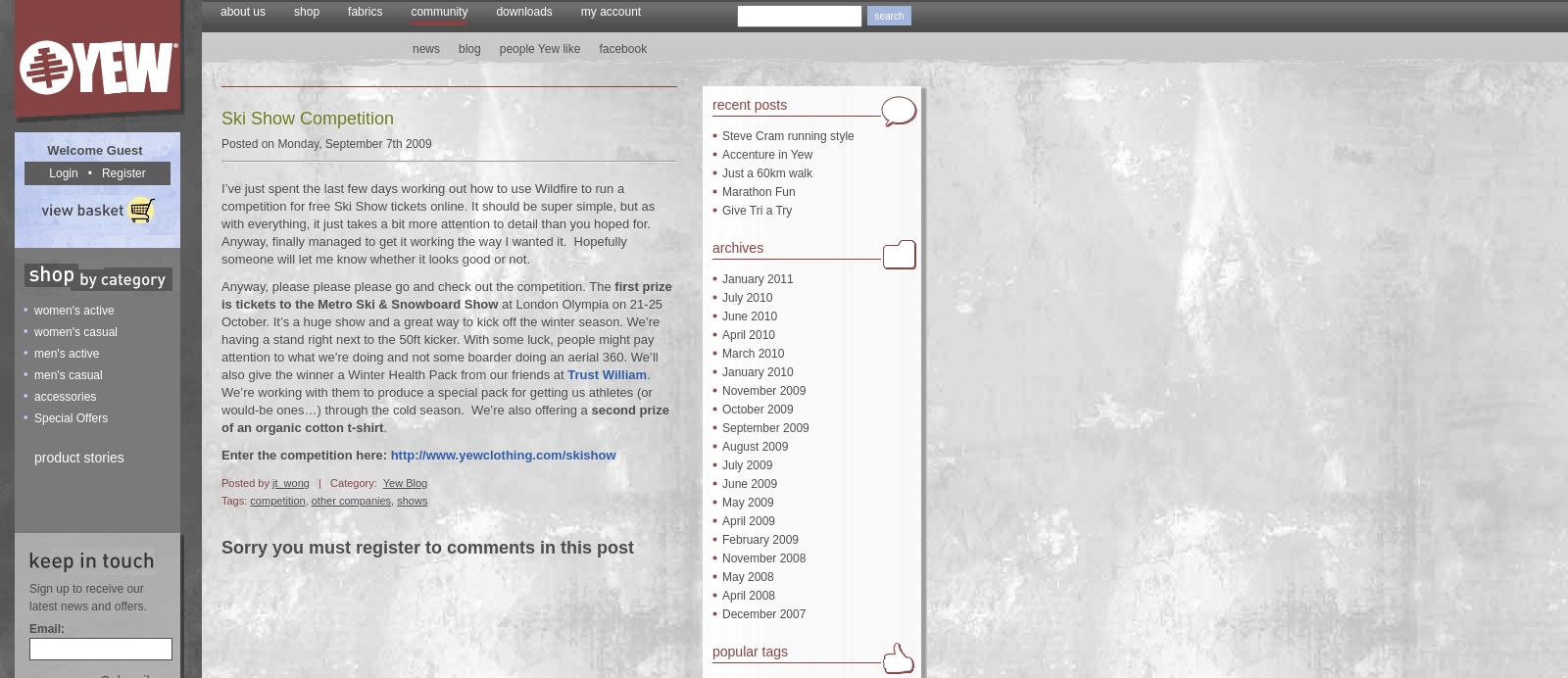 Image resolution: width=1568 pixels, height=678 pixels. What do you see at coordinates (395, 499) in the screenshot?
I see `'shows'` at bounding box center [395, 499].